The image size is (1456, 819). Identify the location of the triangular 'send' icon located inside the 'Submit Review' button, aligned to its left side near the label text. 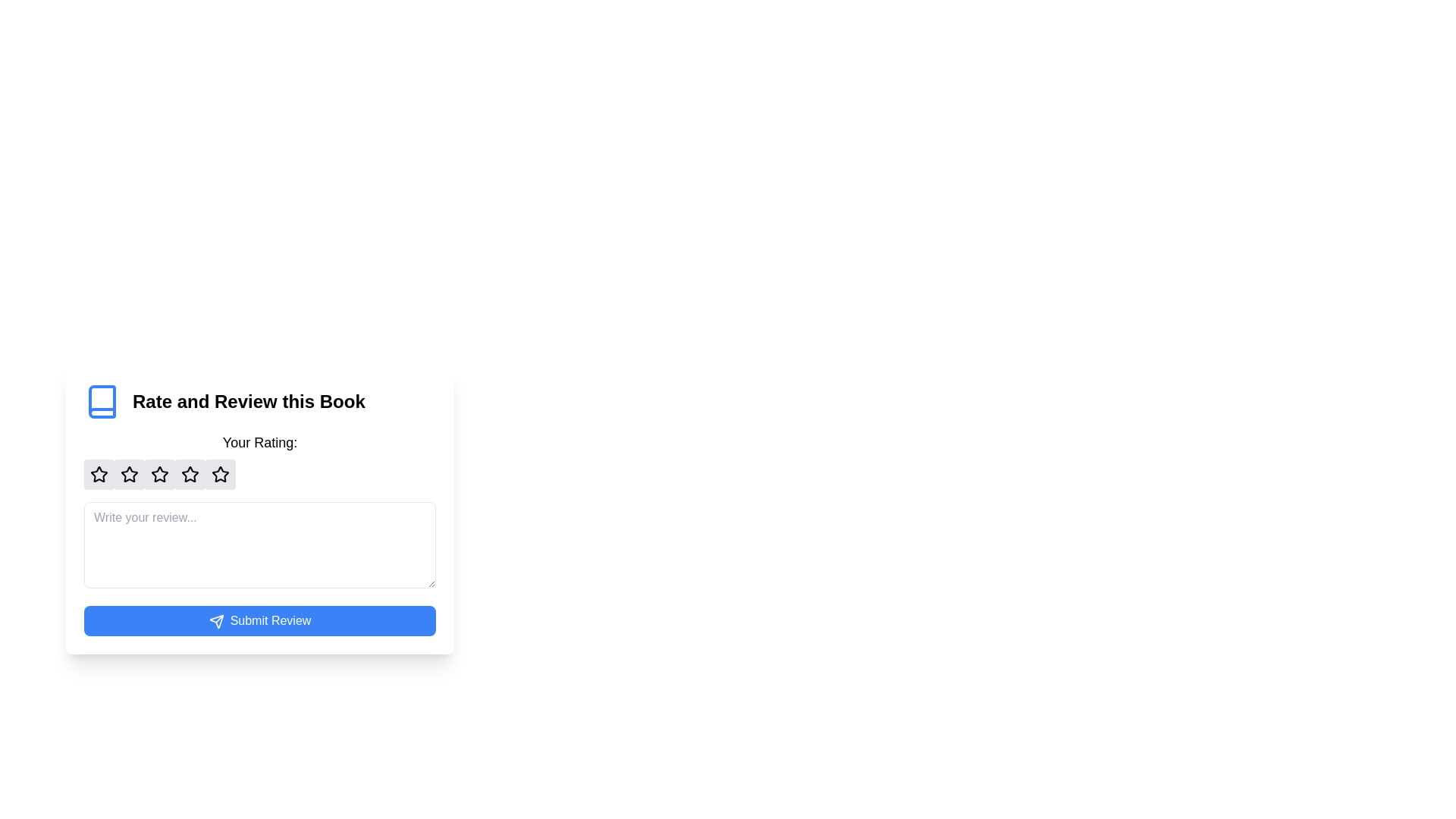
(215, 621).